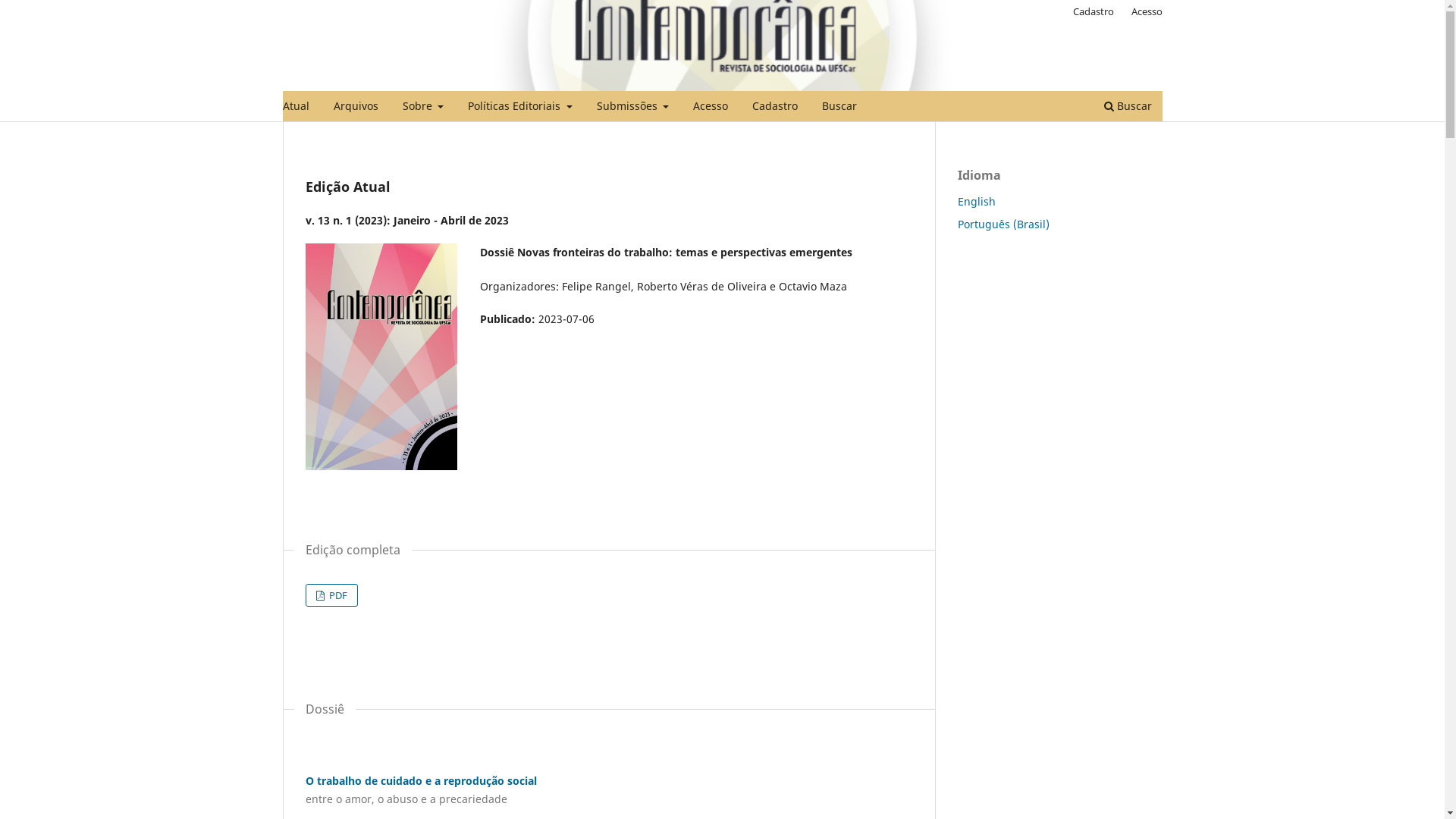  I want to click on 'Cadastro', so click(775, 107).